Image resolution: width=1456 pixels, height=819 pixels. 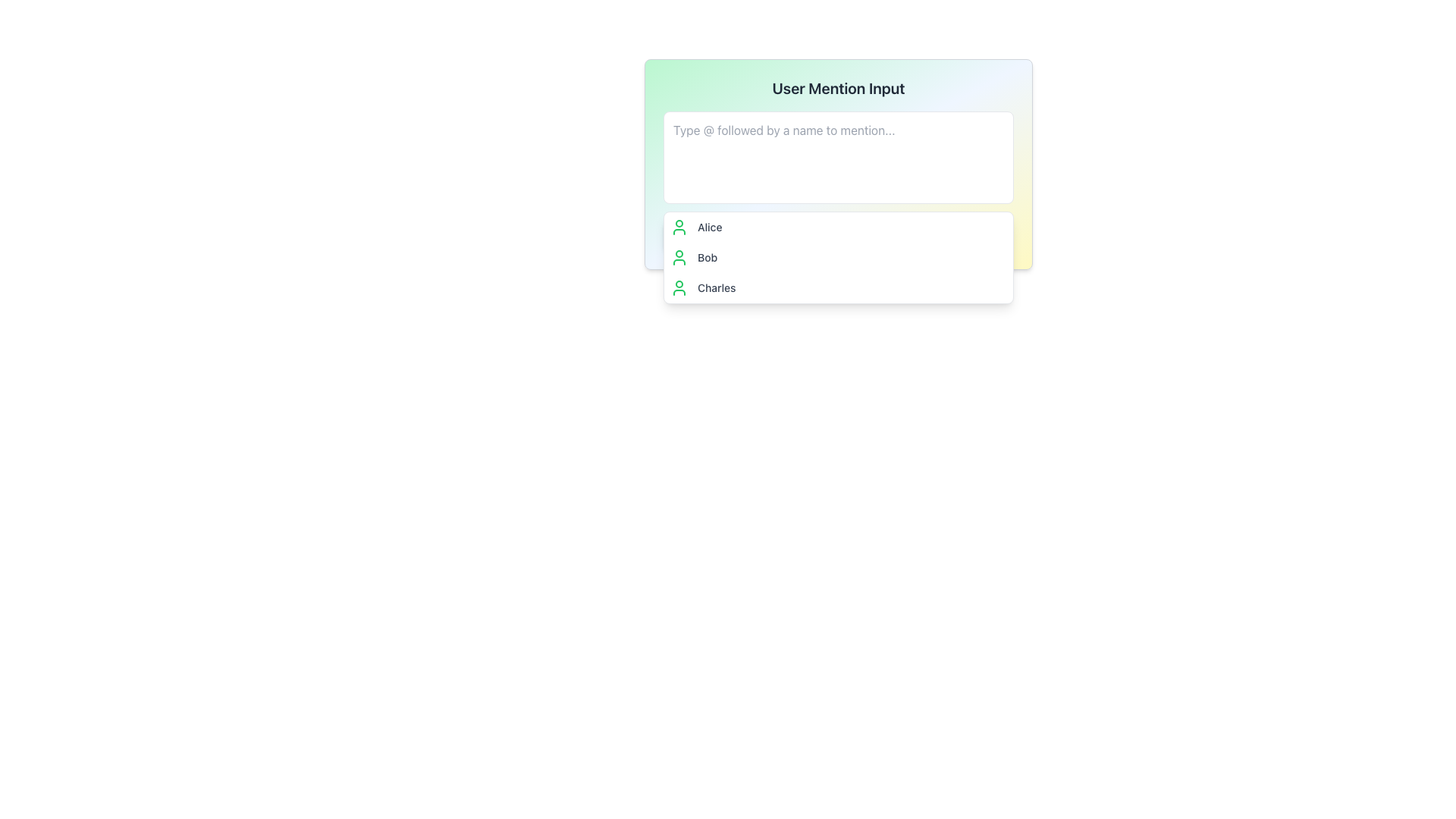 I want to click on the user avatar icon for 'Alice', which is the first left-aligned icon in the list of user mentions, so click(x=679, y=227).